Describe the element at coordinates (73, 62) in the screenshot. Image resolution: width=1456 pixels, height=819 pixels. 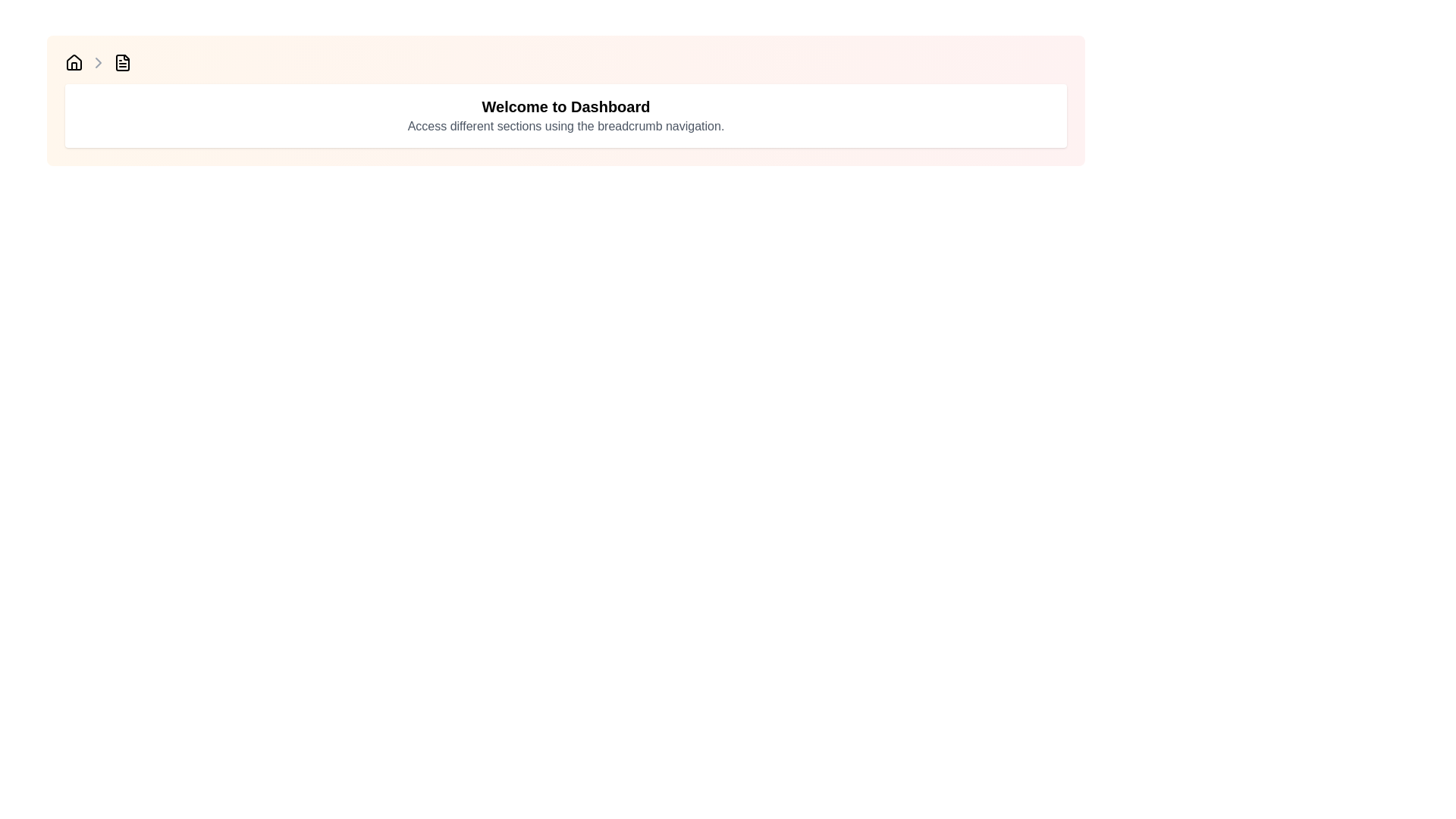
I see `the home icon button located at the far left of the breadcrumb header bar` at that location.